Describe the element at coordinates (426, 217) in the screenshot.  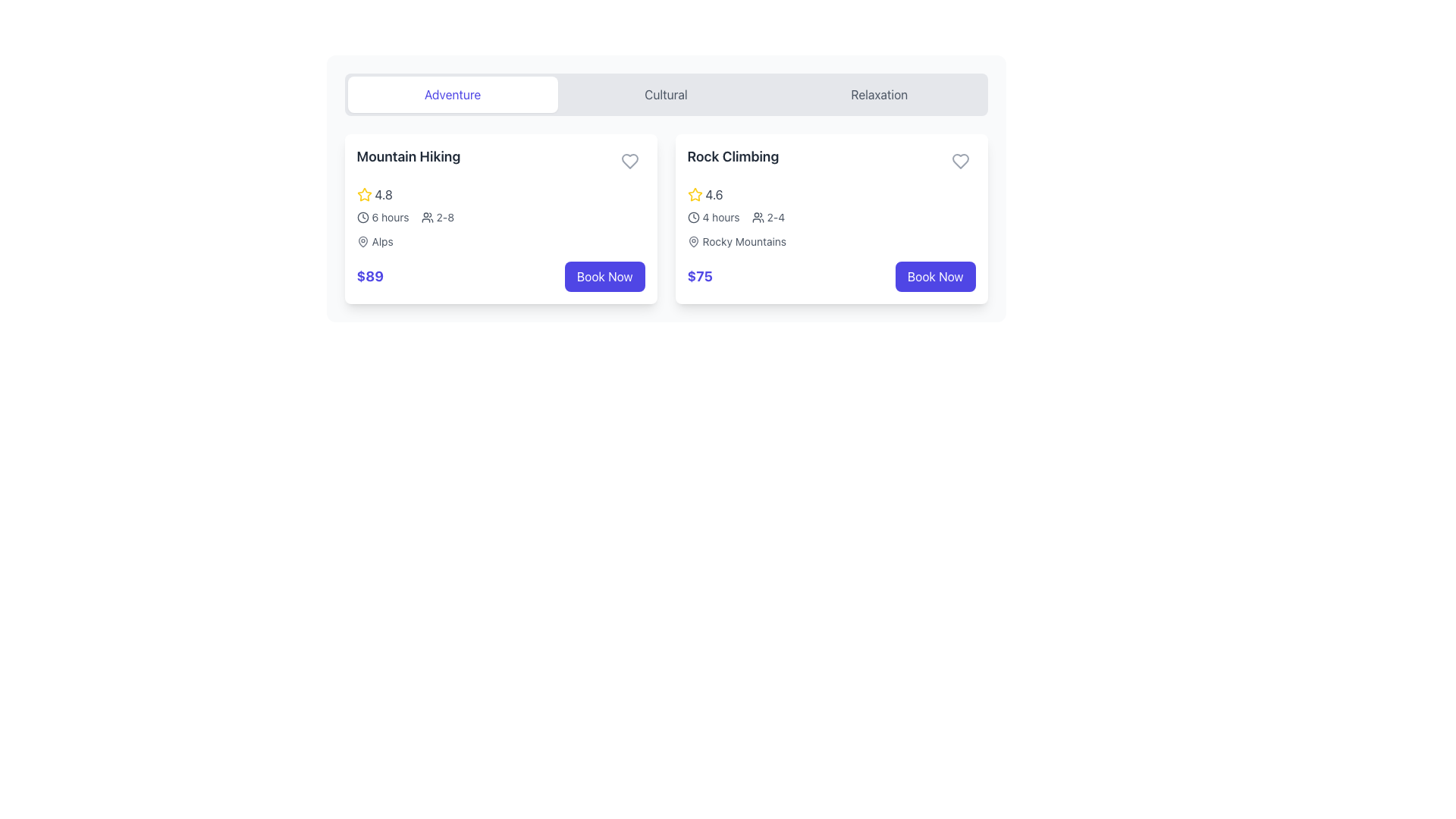
I see `the group icon, which resembles two stylized persons and is located under the 'Mountain Hiking' title, to the right of the clock icon and immediately left of the text '2-8'` at that location.